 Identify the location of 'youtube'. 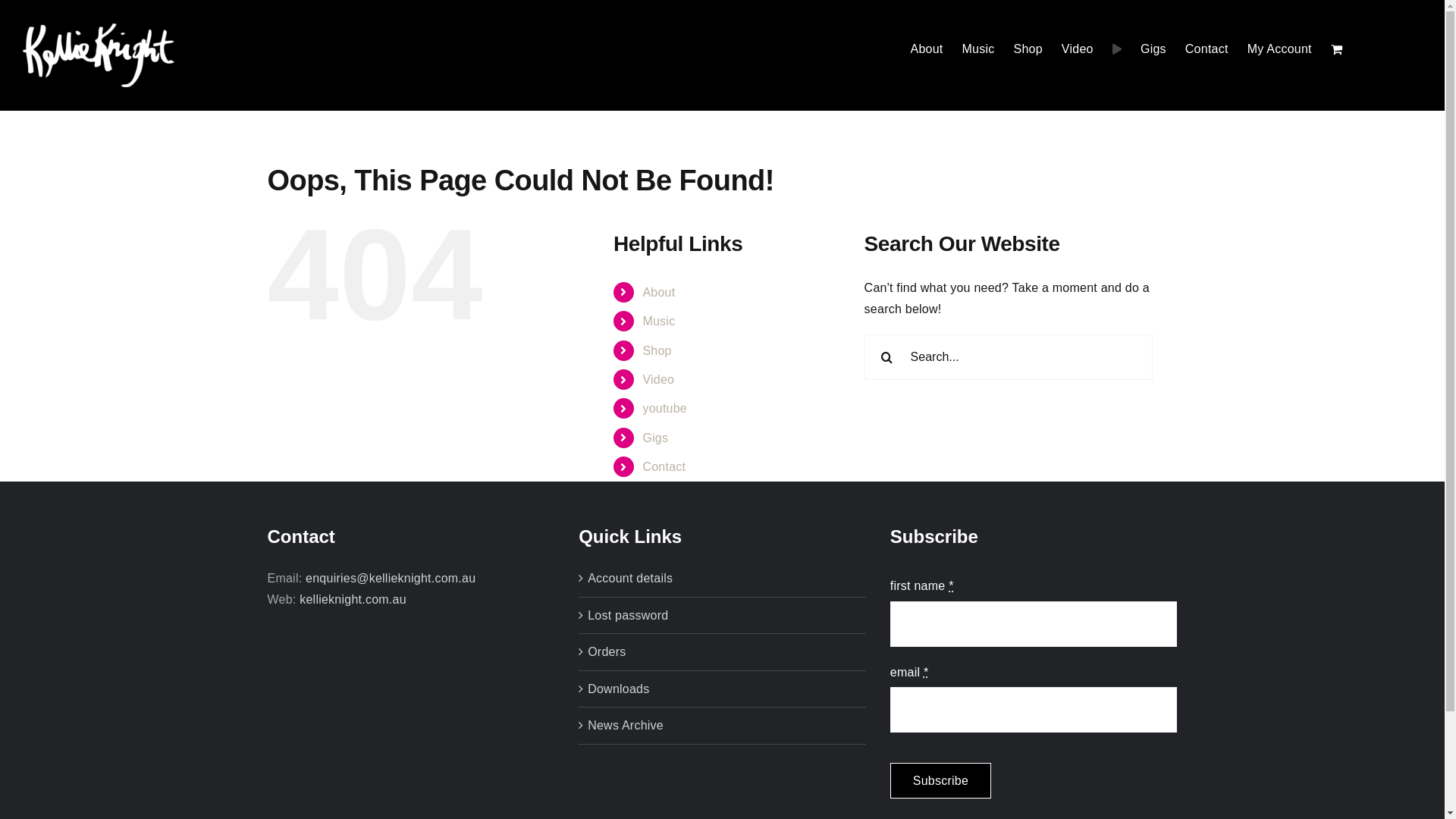
(664, 407).